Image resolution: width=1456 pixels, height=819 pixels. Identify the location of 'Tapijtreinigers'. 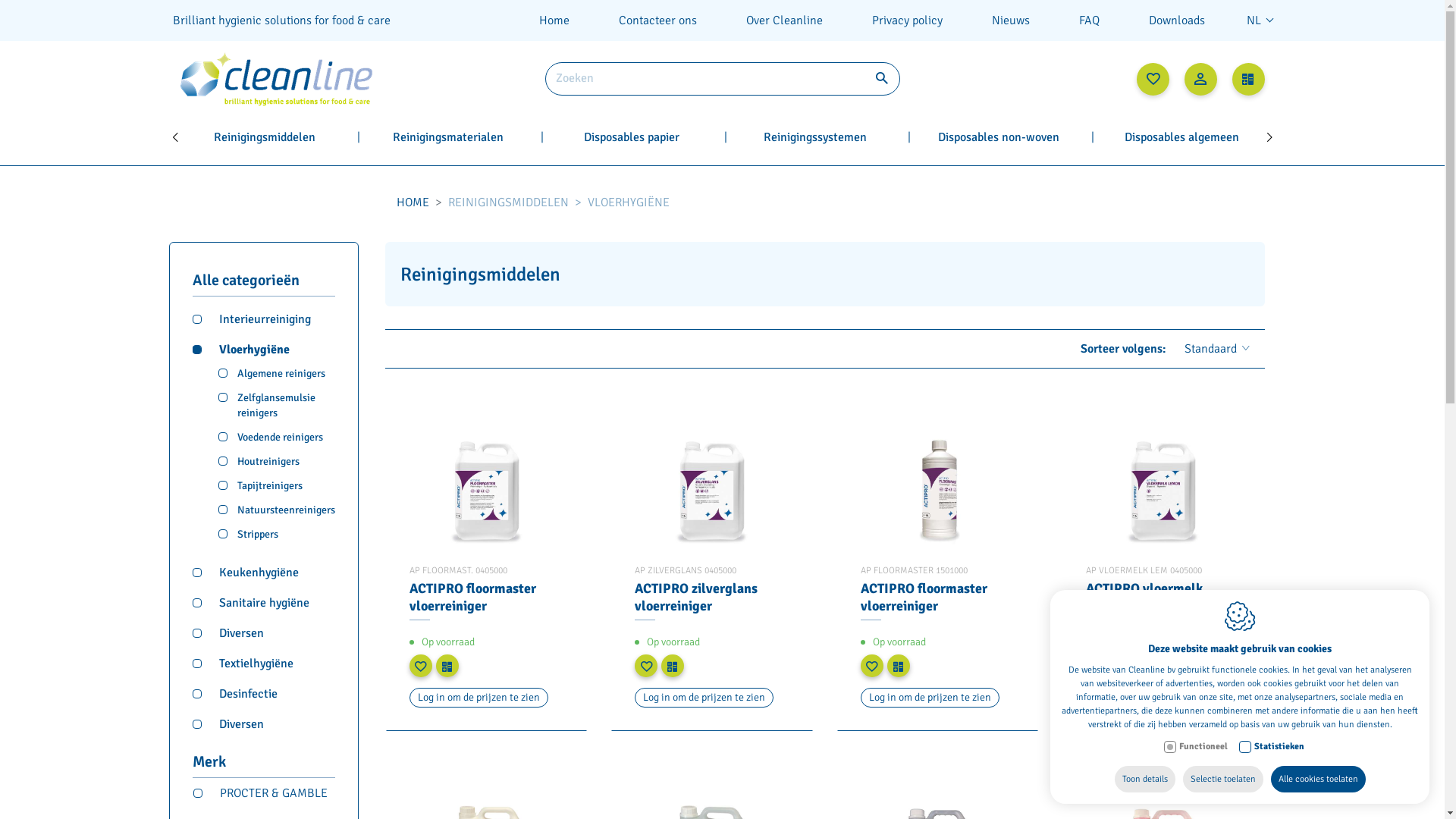
(276, 482).